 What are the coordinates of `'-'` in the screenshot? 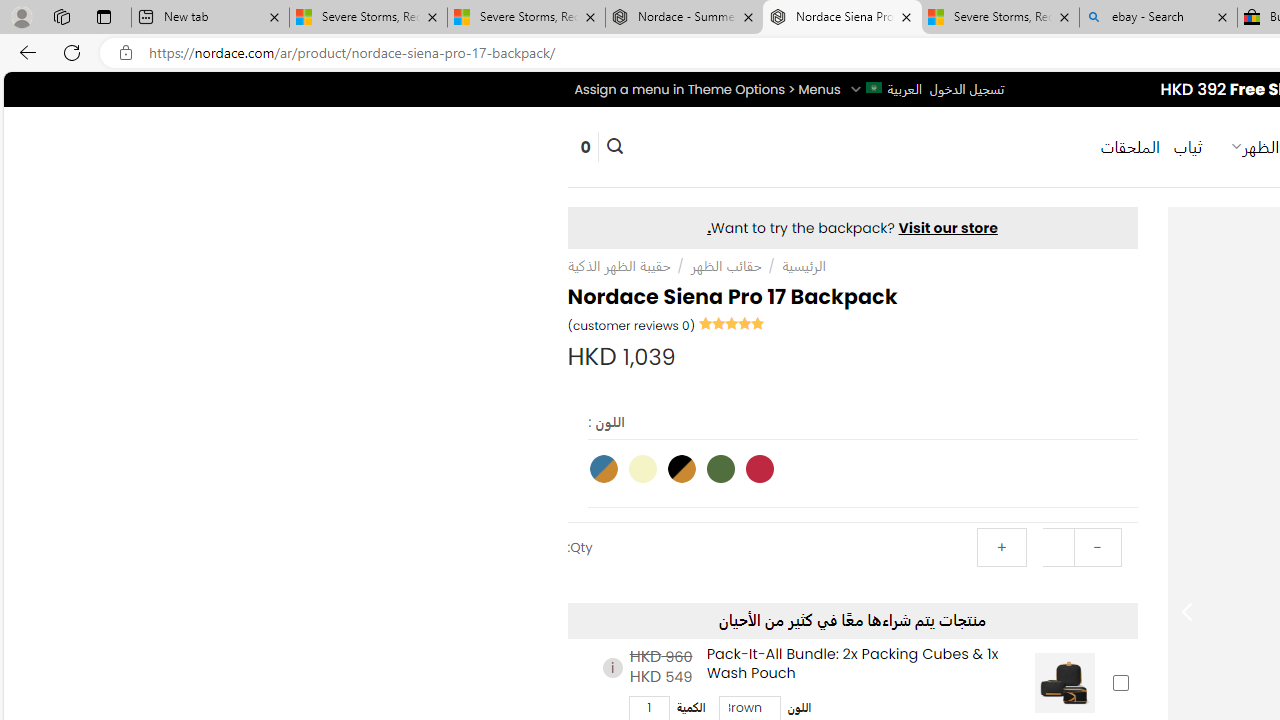 It's located at (1096, 547).